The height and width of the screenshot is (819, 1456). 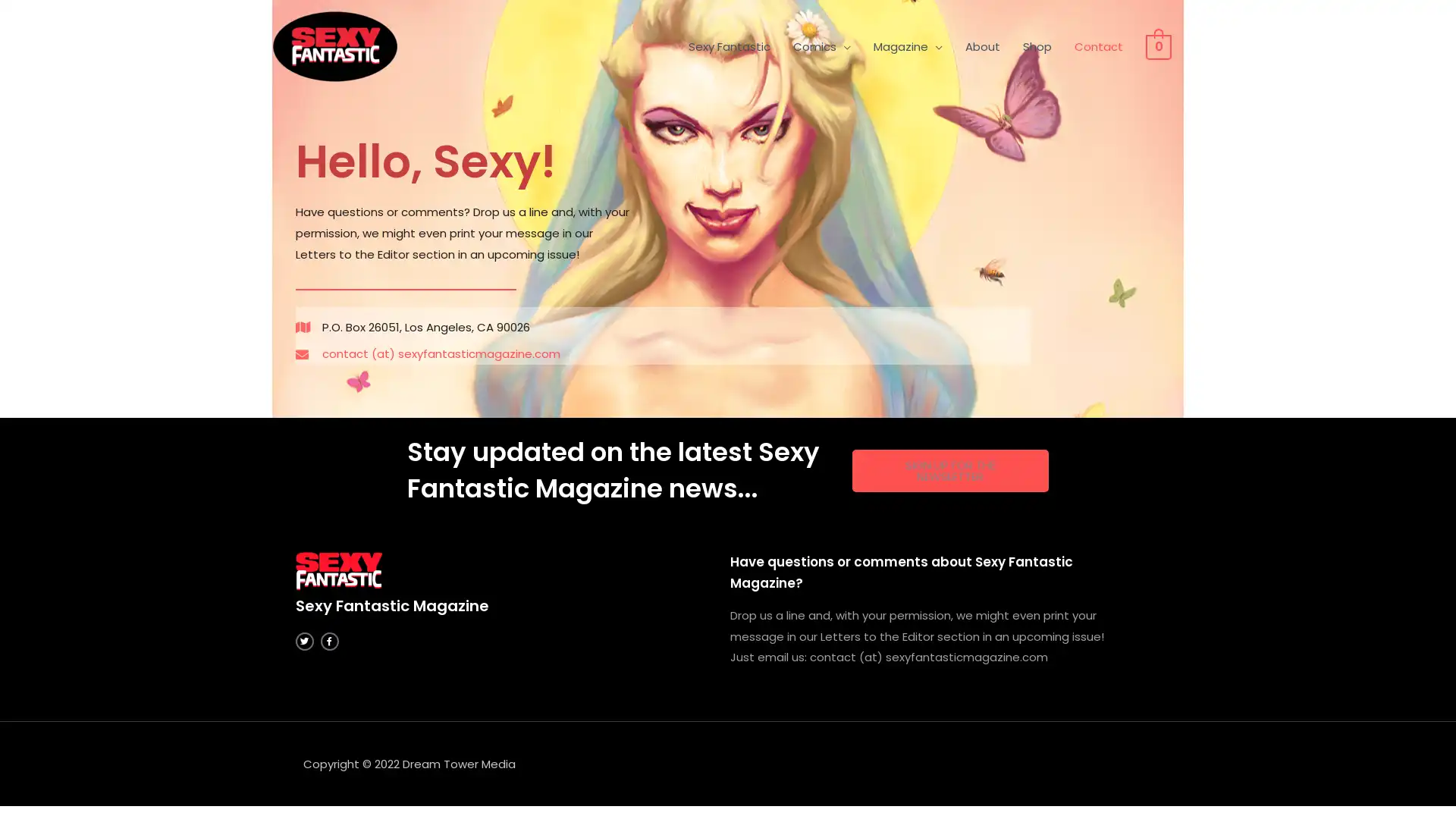 I want to click on SIGN UP FOR THE NEWSLETTER, so click(x=949, y=469).